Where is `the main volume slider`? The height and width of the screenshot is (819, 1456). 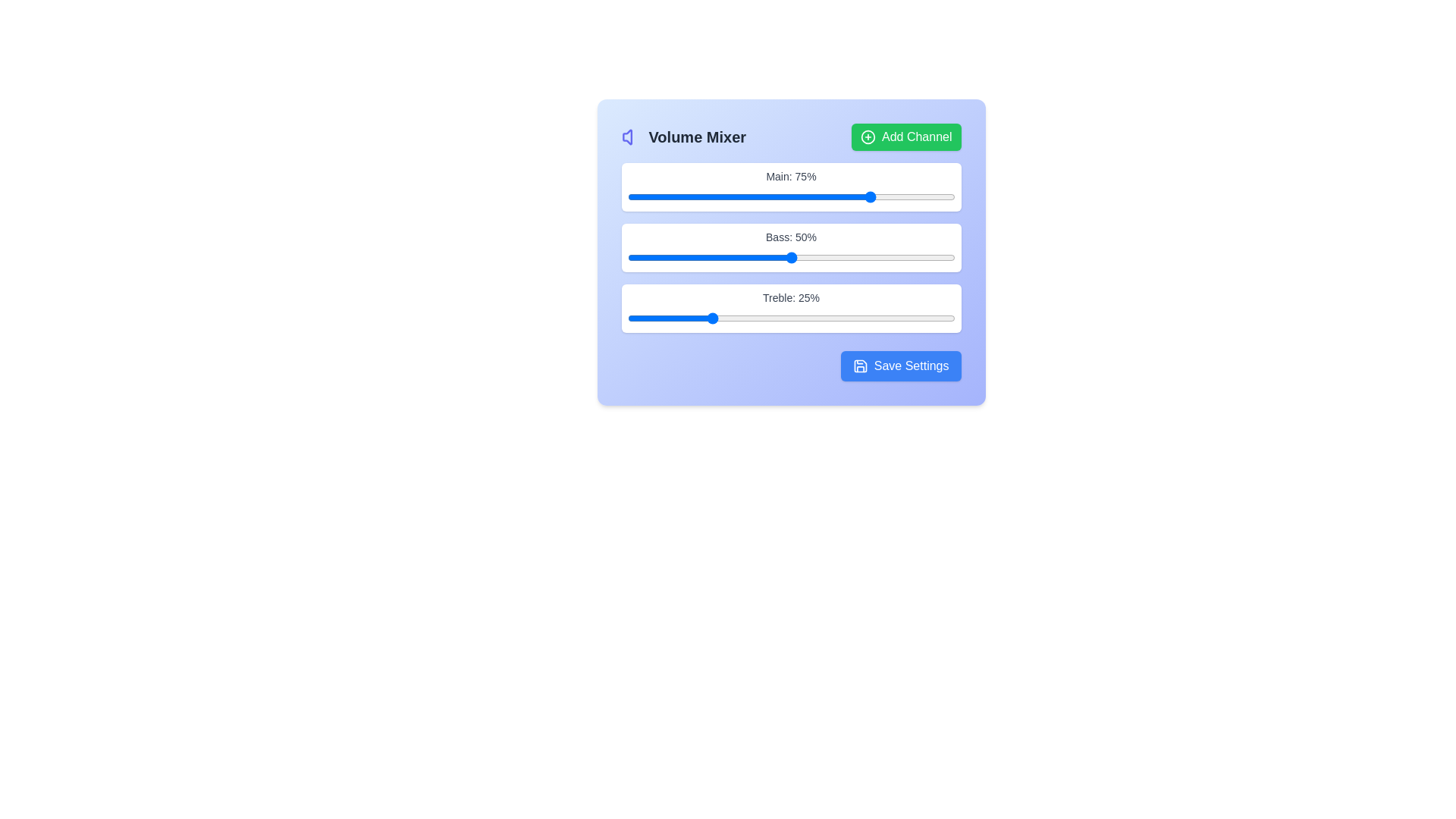 the main volume slider is located at coordinates (927, 196).